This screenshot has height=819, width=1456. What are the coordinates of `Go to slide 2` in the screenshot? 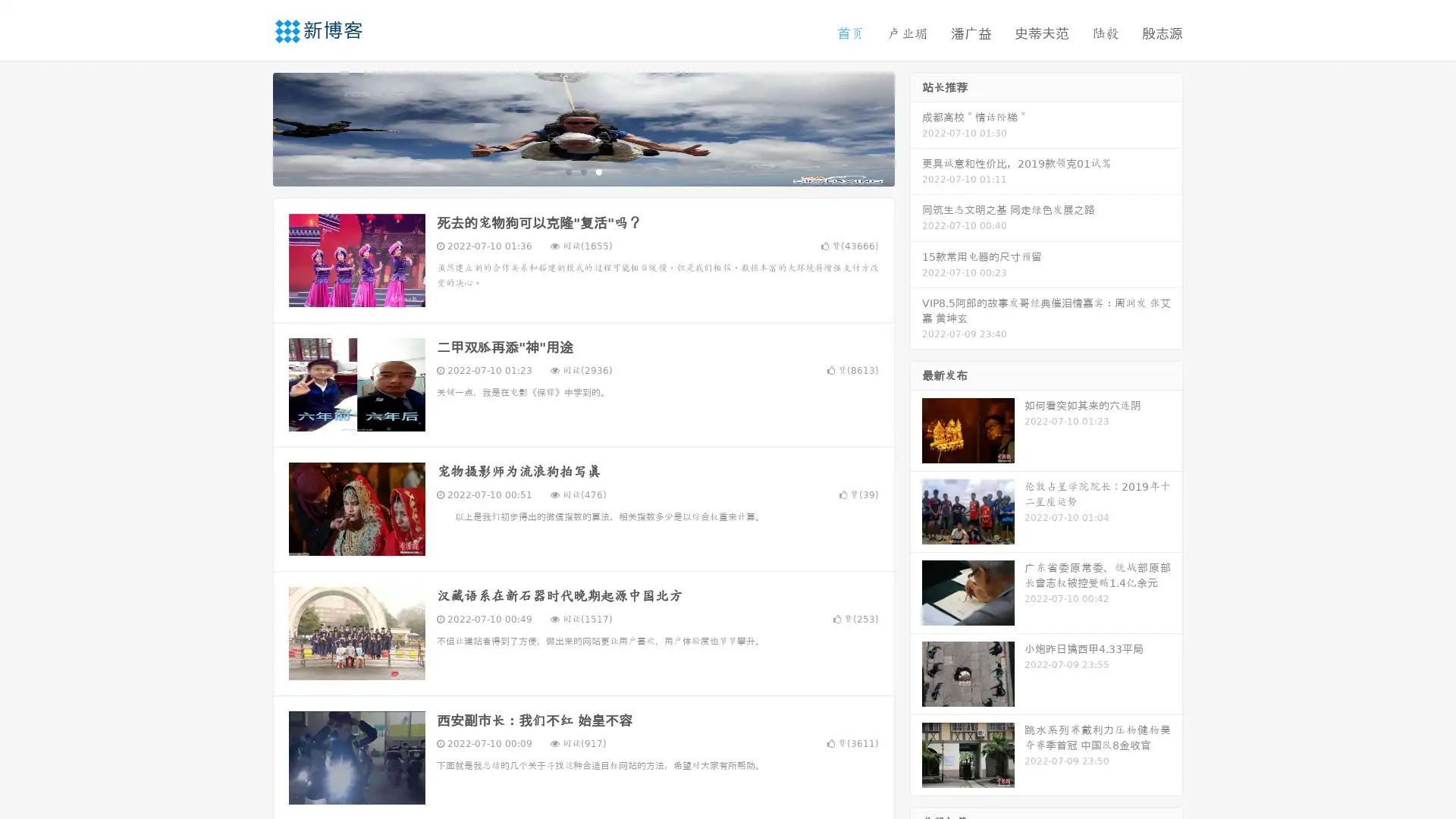 It's located at (582, 171).